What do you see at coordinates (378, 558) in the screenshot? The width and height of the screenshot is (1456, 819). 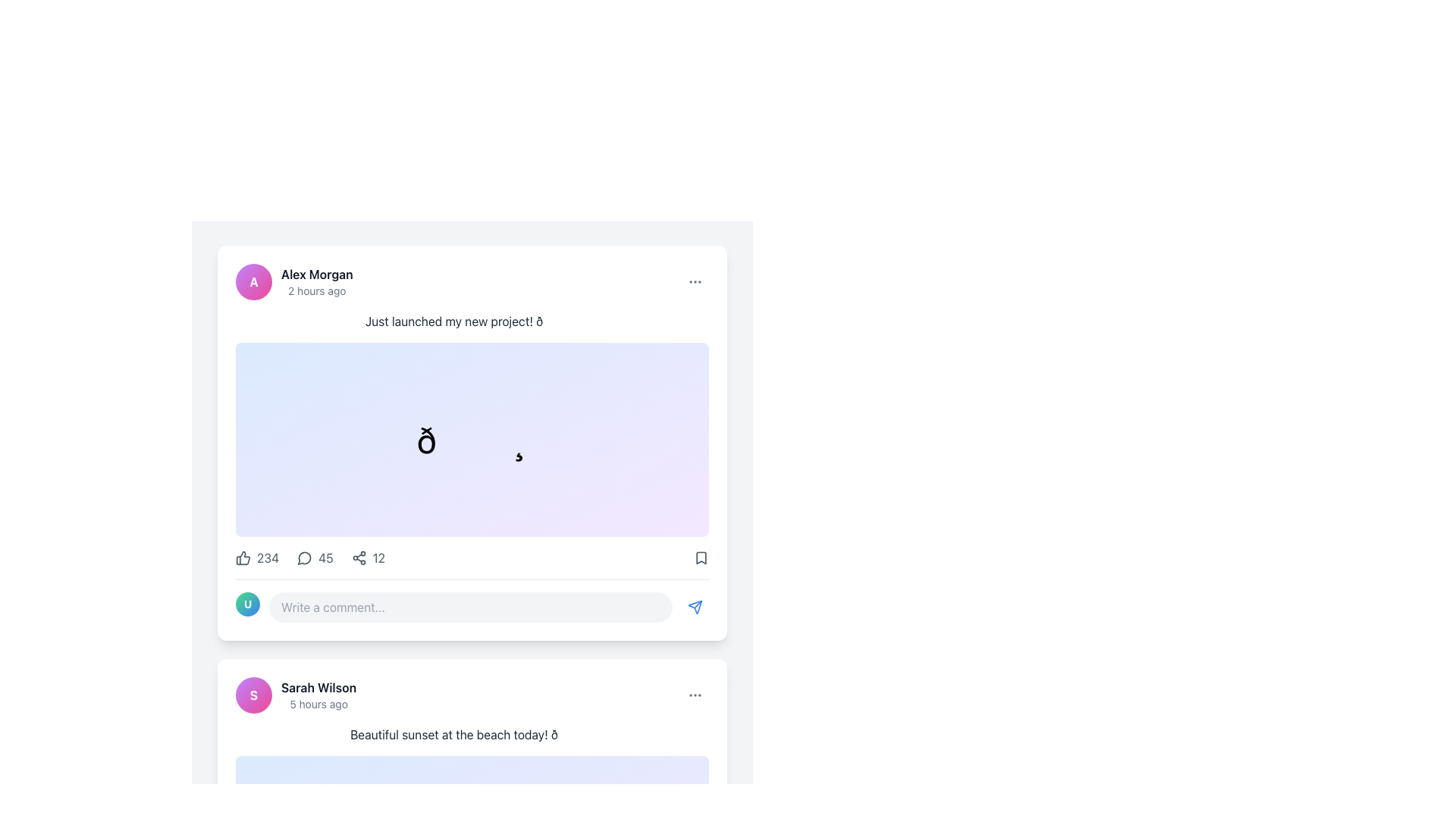 I see `the numerical text label displaying '12', which is styled in gray and located to the right of a sharing icon in the post sharing interface` at bounding box center [378, 558].